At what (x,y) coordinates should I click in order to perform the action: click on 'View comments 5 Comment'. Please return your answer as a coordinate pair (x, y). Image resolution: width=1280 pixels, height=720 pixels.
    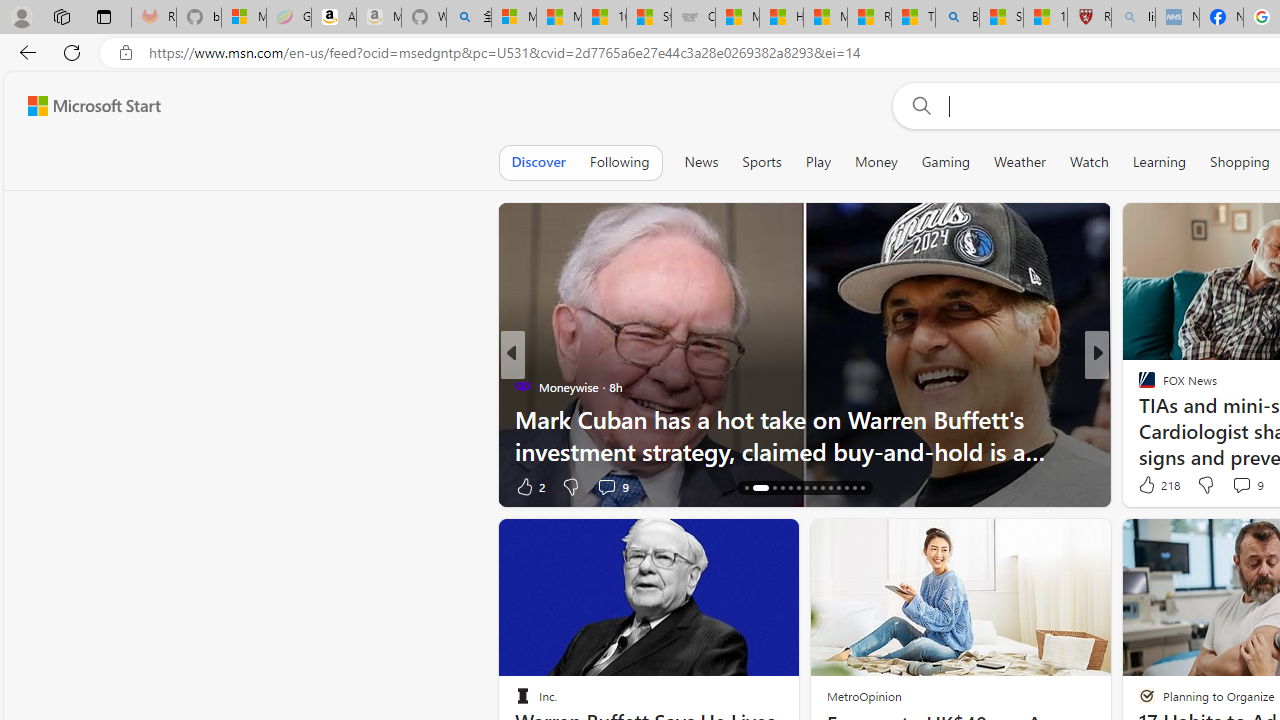
    Looking at the image, I should click on (1234, 486).